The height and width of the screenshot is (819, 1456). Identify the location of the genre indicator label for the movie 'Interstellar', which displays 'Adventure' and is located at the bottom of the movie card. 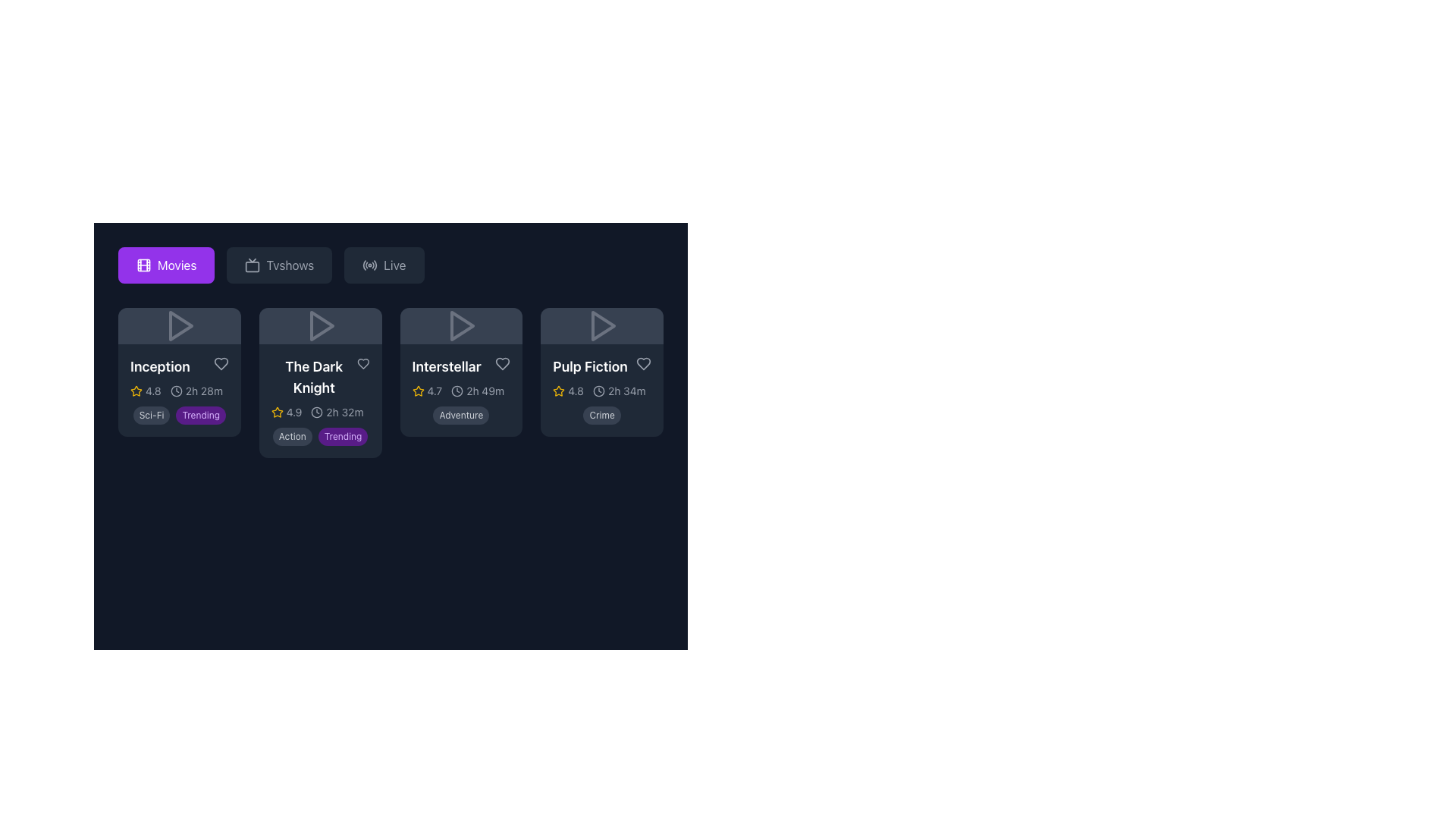
(460, 415).